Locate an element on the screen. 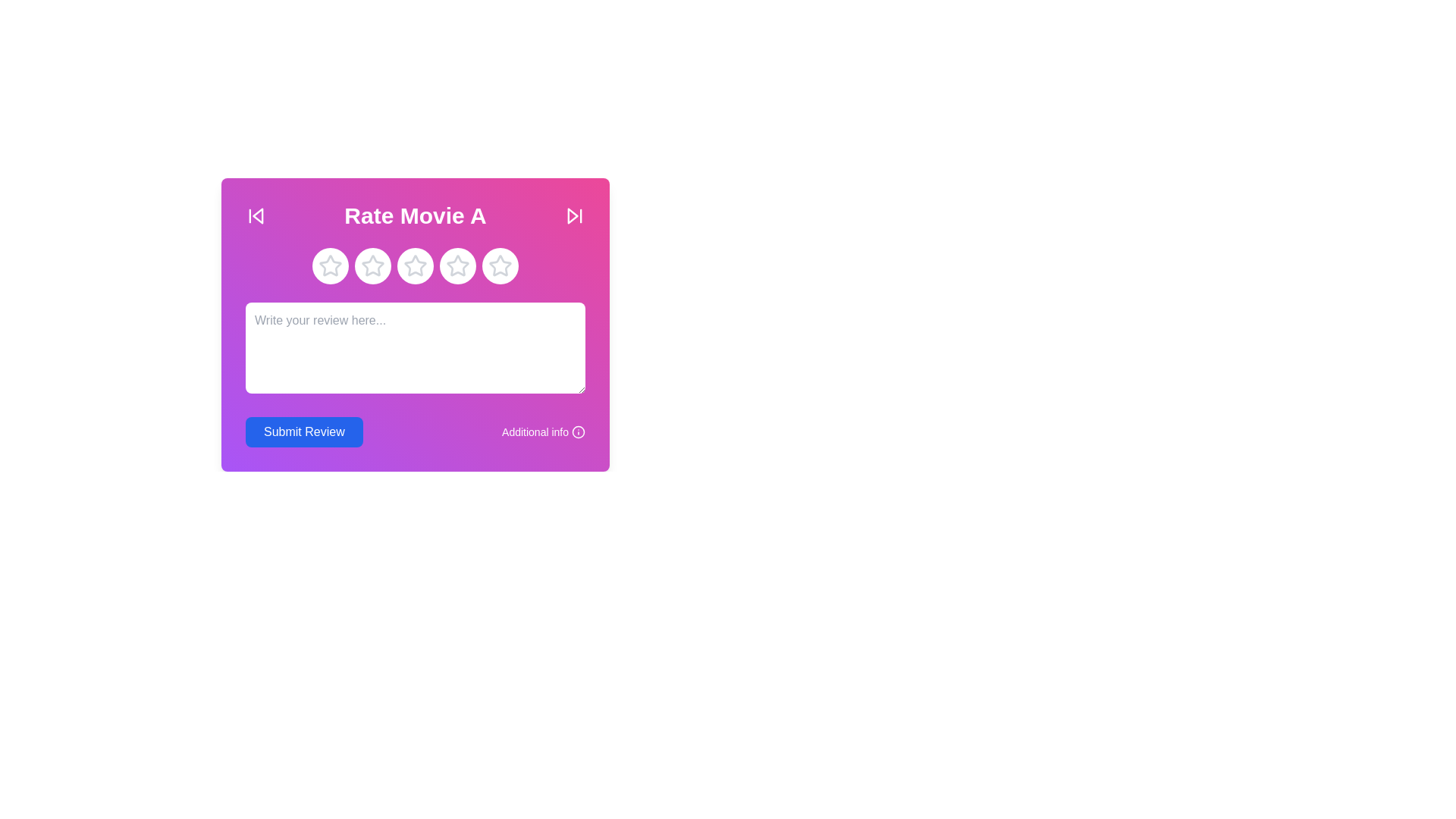 The width and height of the screenshot is (1456, 819). the forward navigation symbol represented by the left triangle of the double triangle shape in the upper-right region of the modal is located at coordinates (572, 216).